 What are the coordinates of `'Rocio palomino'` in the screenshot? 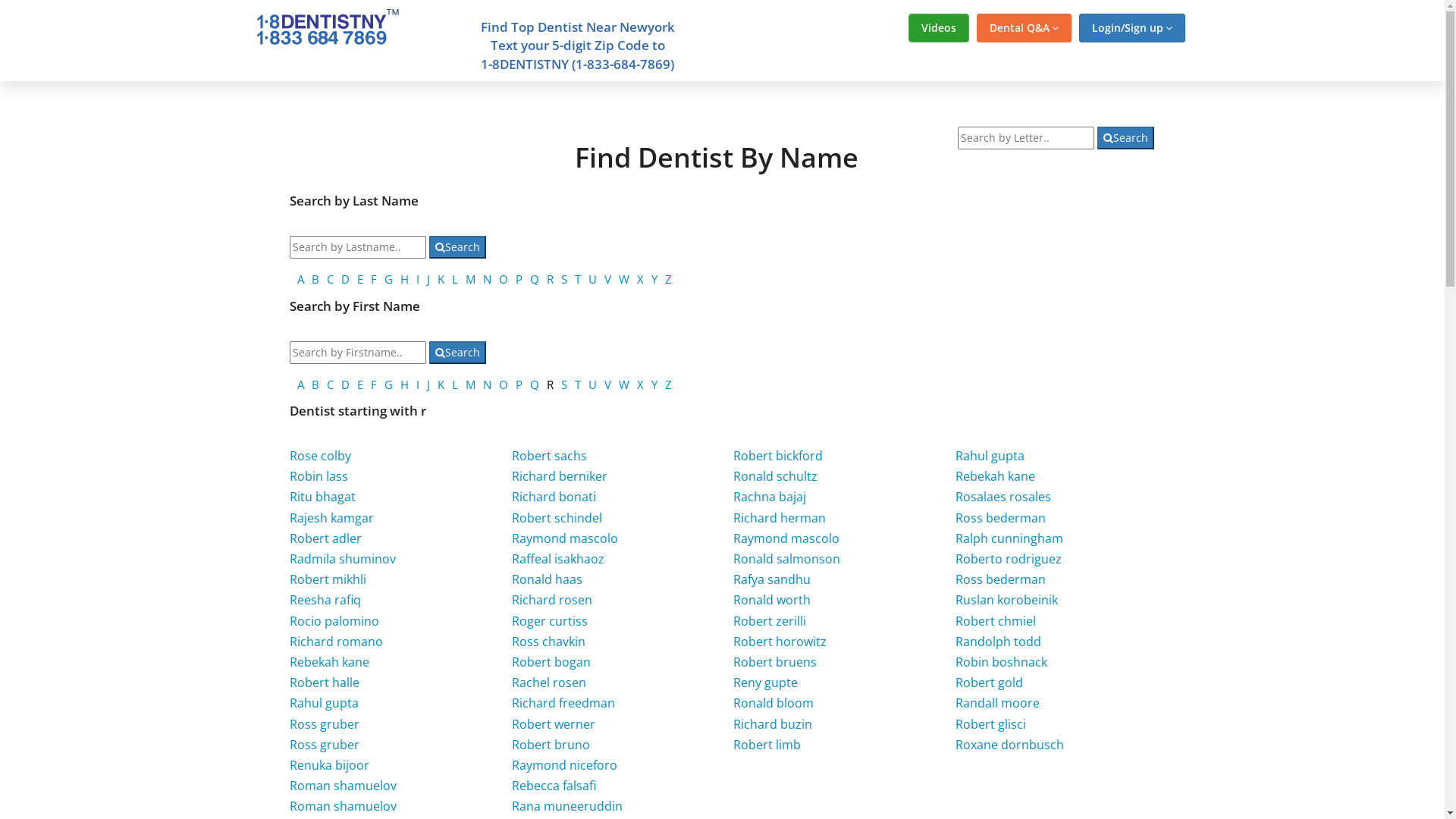 It's located at (334, 620).